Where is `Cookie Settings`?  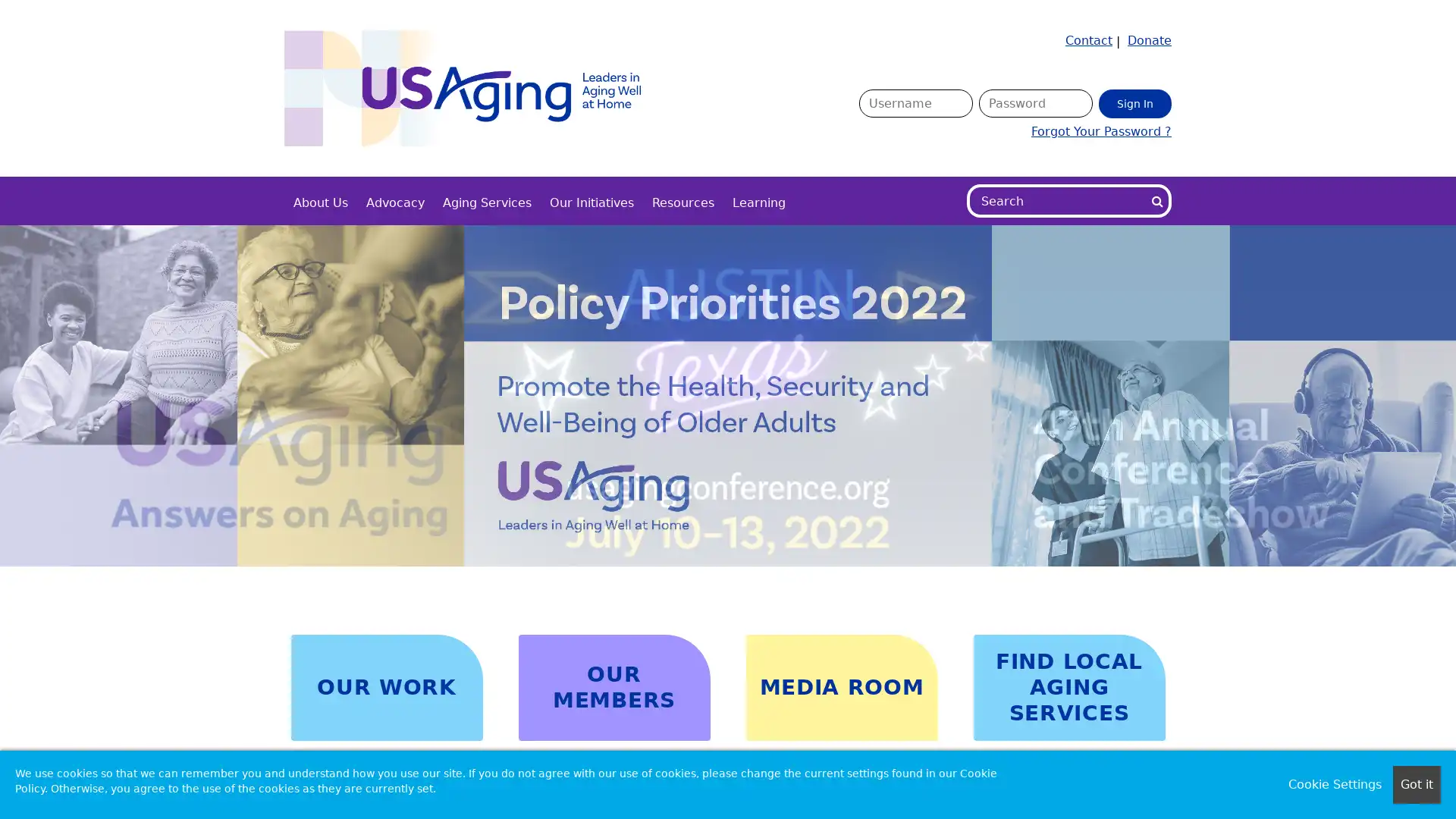
Cookie Settings is located at coordinates (1335, 784).